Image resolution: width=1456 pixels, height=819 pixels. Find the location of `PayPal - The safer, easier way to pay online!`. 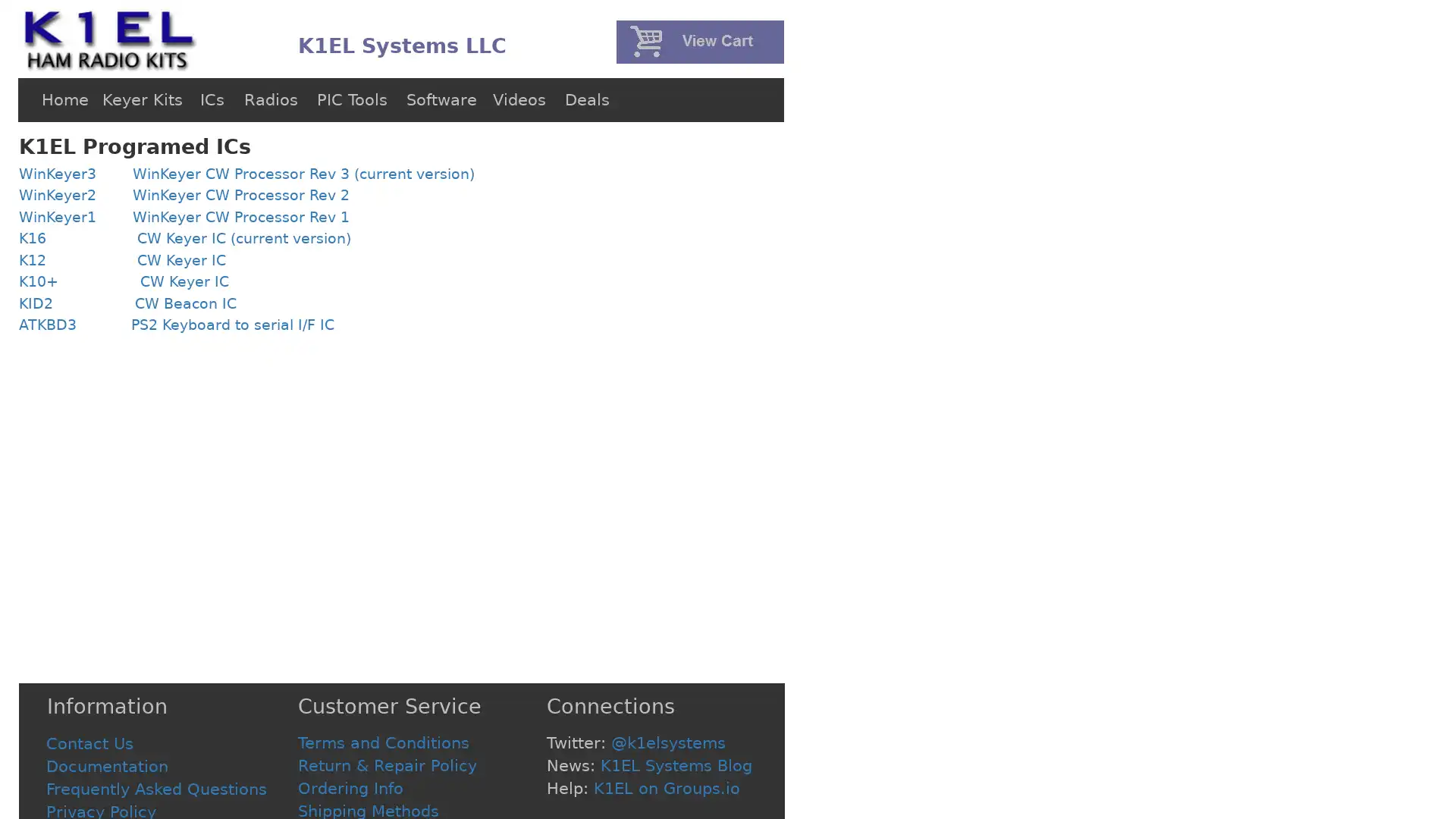

PayPal - The safer, easier way to pay online! is located at coordinates (699, 41).